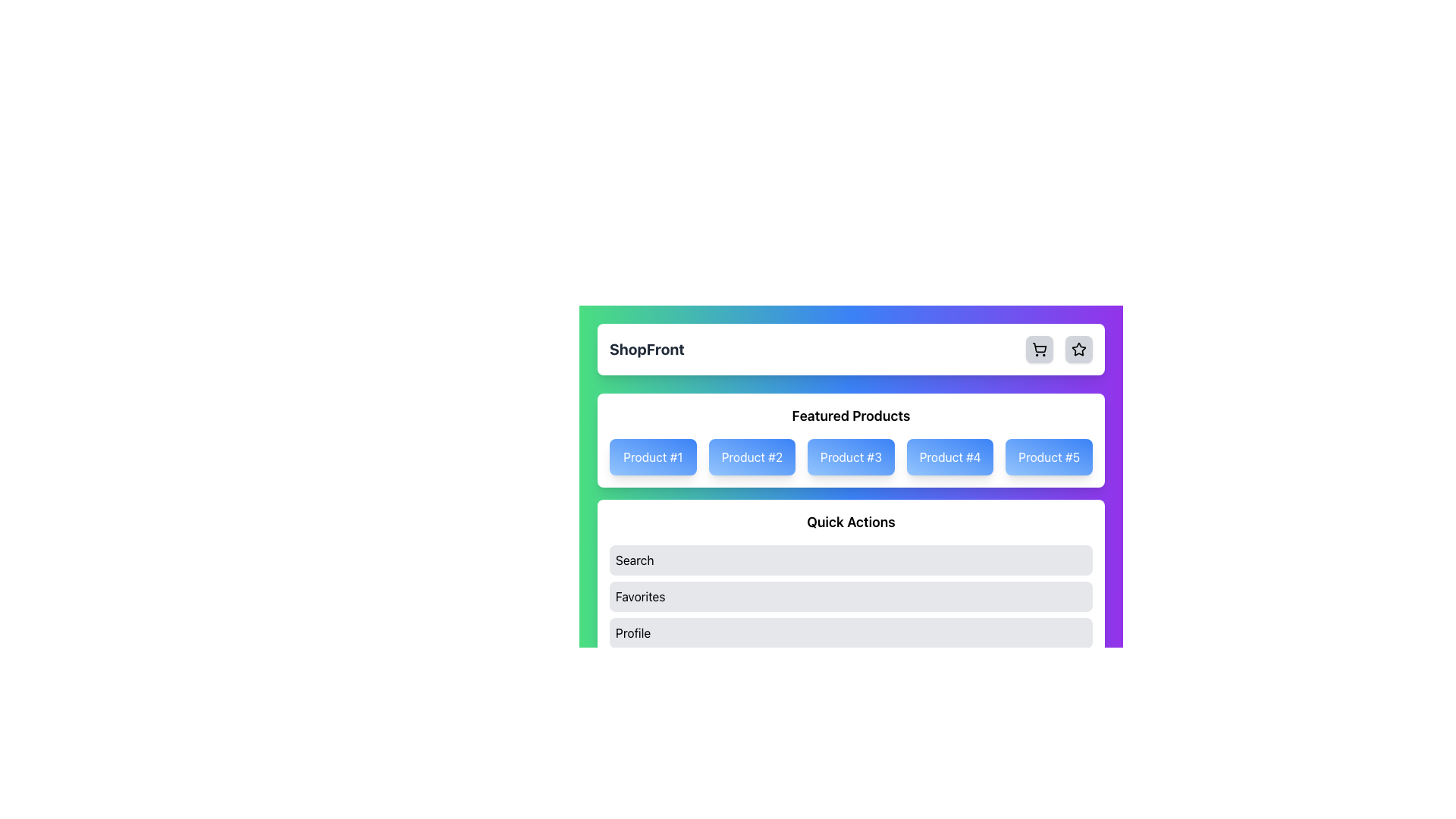 The width and height of the screenshot is (1456, 819). I want to click on the third button in the 'Quick Actions' section, so click(851, 632).